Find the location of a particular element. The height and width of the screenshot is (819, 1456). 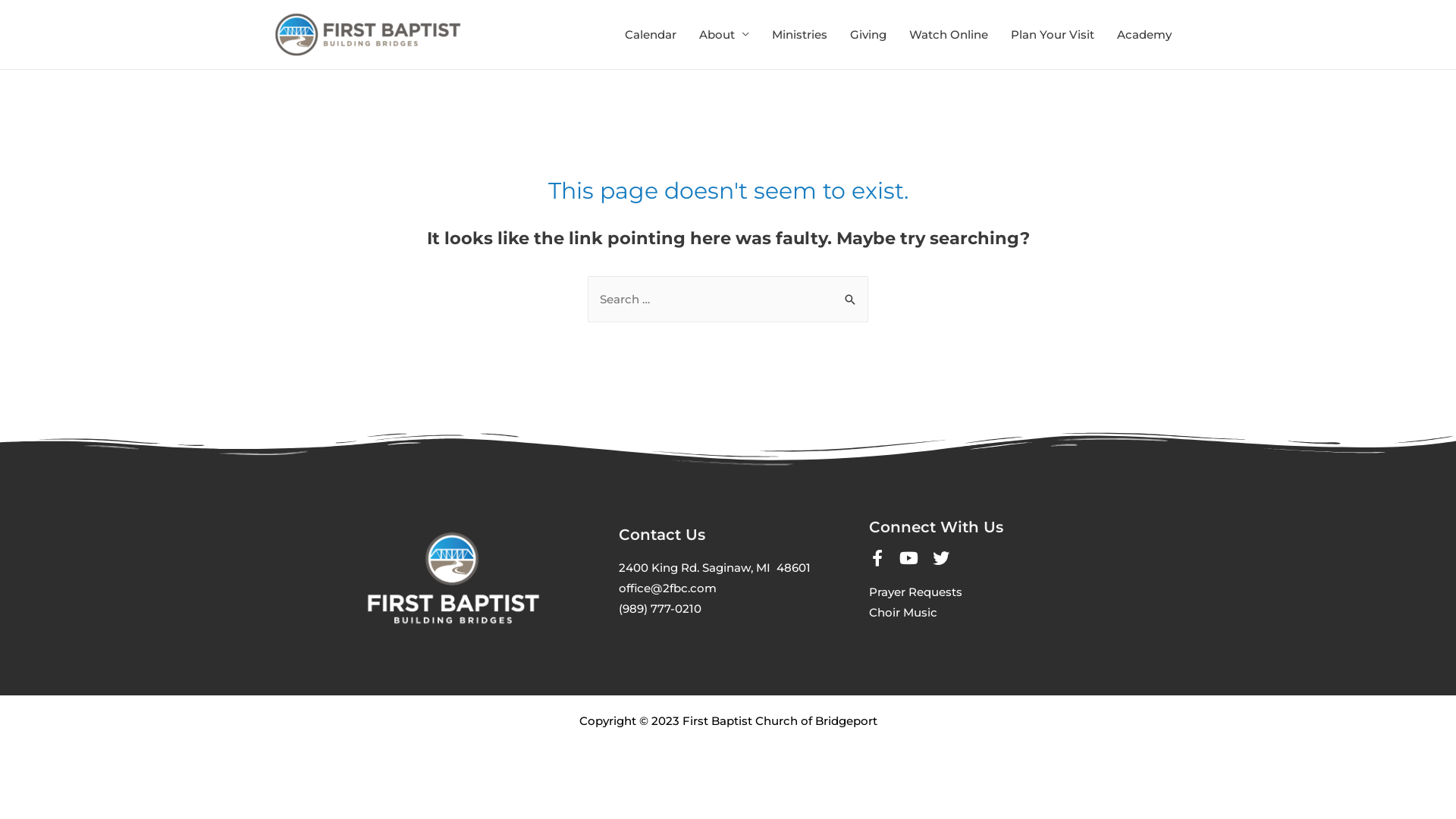

'Prayer Requests' is located at coordinates (869, 591).